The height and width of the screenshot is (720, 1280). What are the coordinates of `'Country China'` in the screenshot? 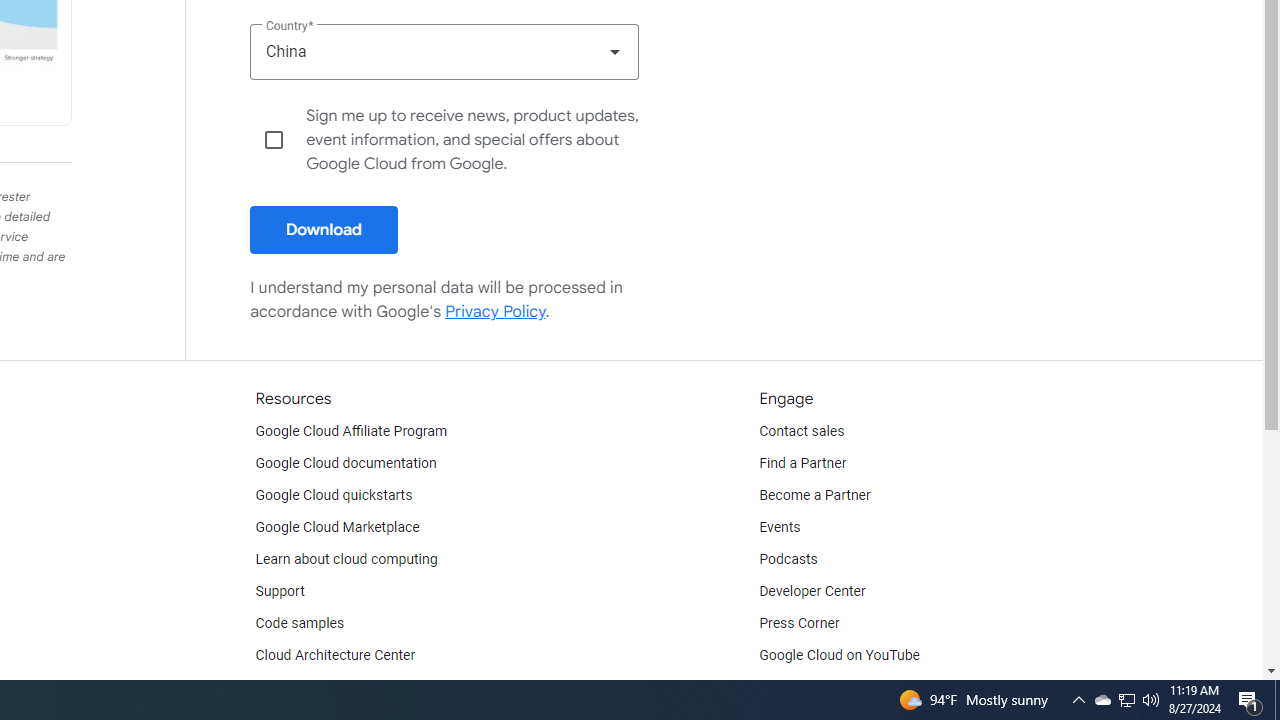 It's located at (443, 50).